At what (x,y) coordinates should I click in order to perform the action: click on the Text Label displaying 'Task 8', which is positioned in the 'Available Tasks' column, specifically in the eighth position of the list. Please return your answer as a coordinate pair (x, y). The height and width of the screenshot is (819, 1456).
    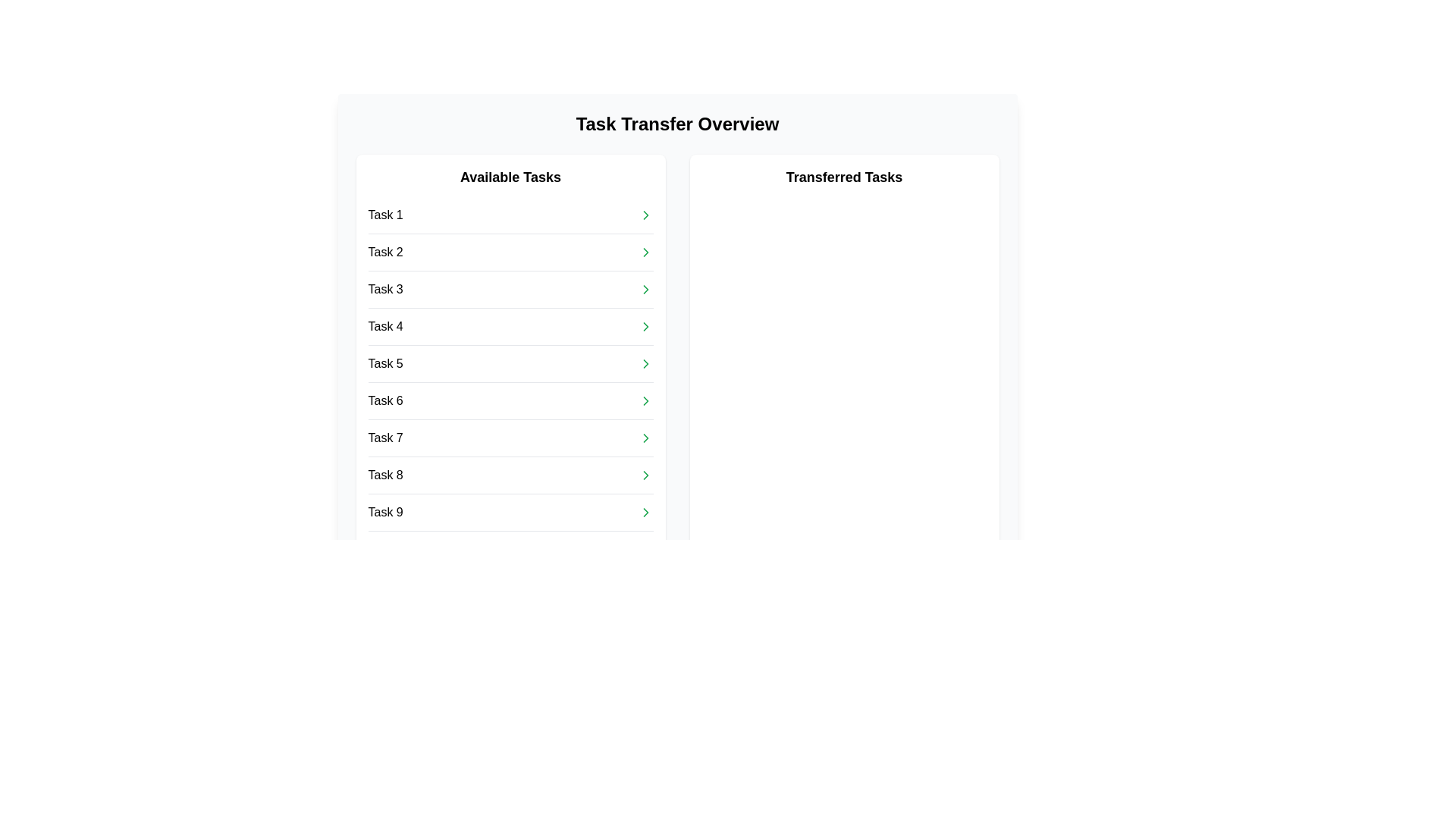
    Looking at the image, I should click on (385, 475).